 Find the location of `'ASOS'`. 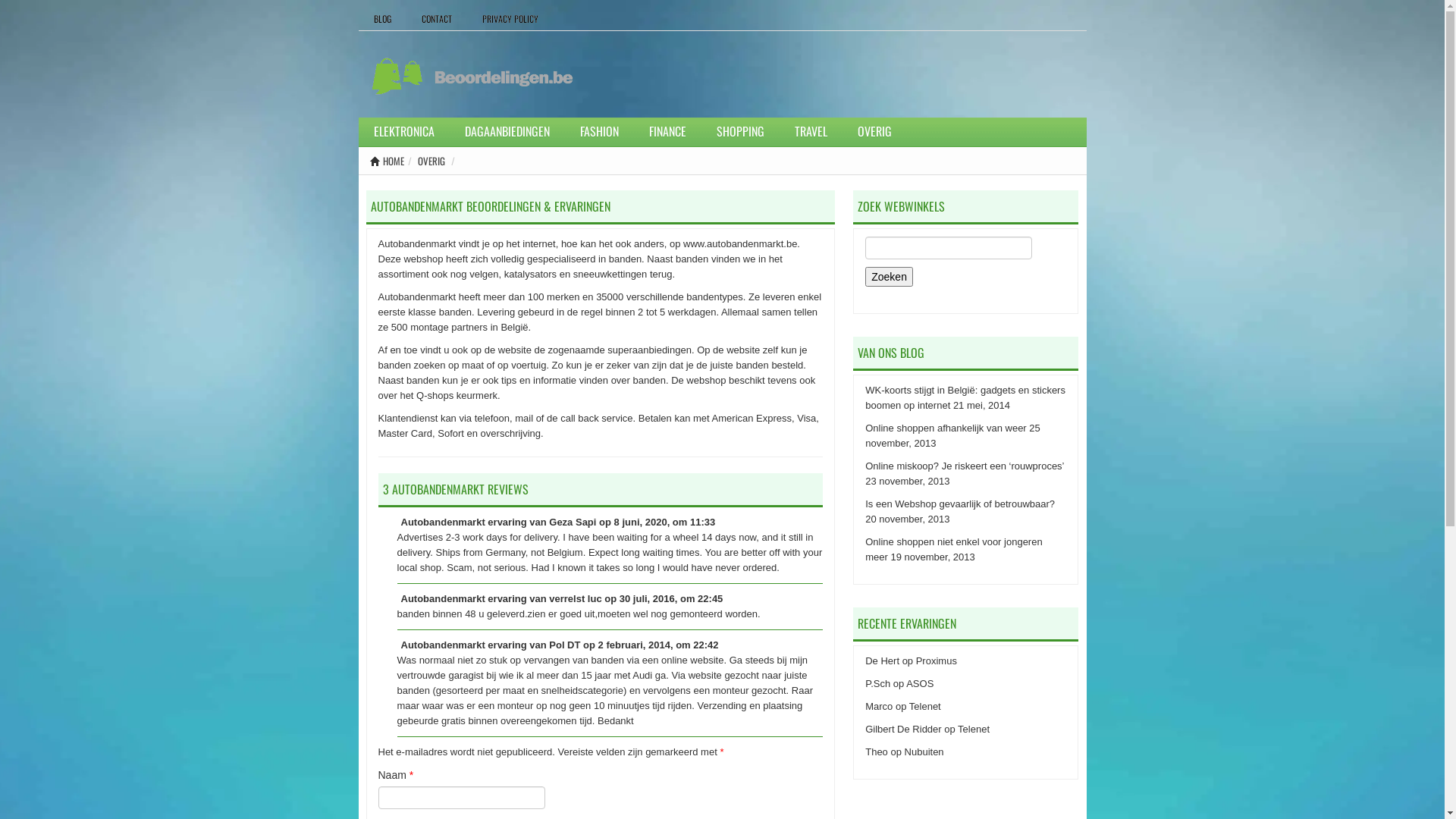

'ASOS' is located at coordinates (919, 683).